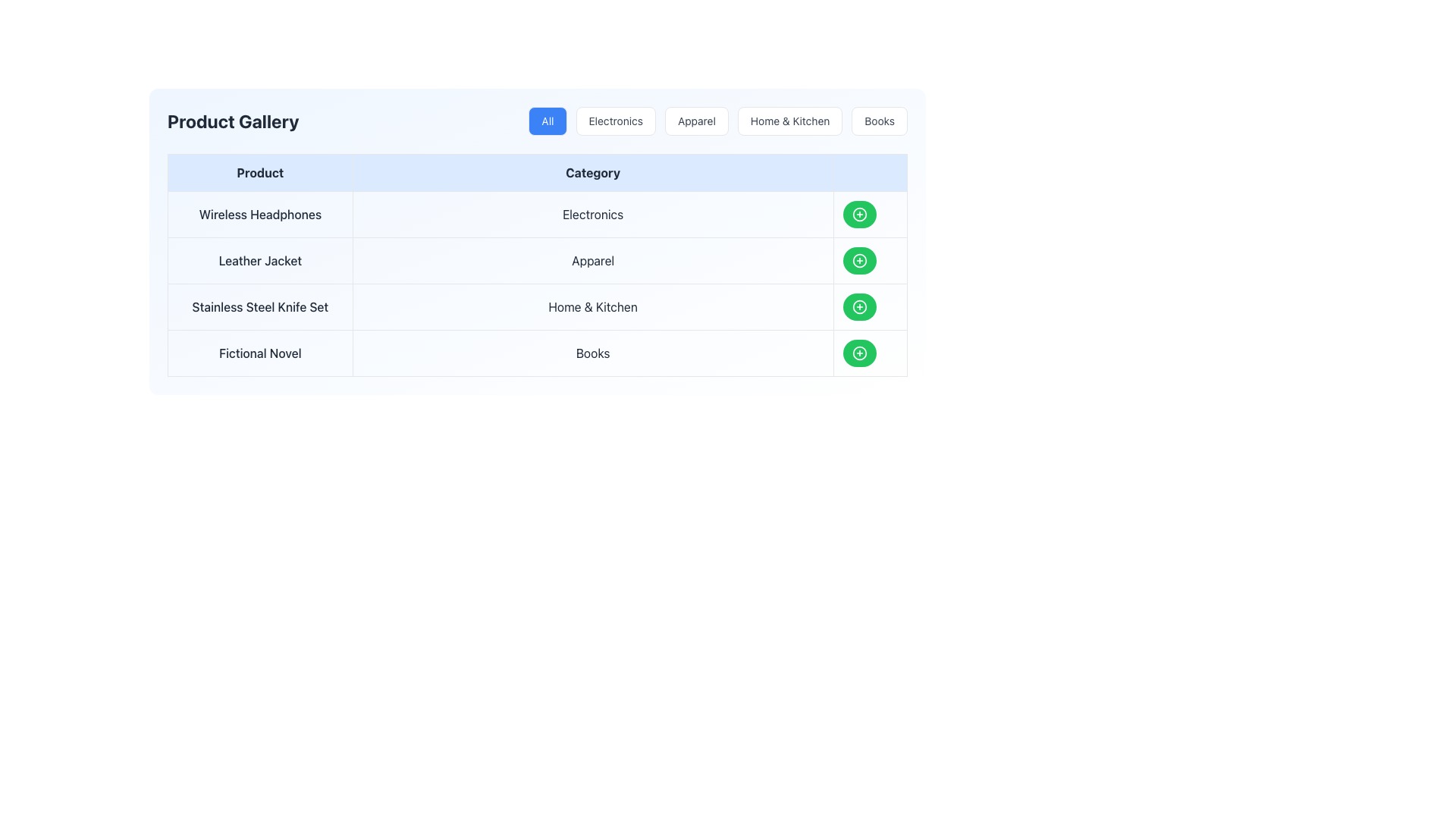 This screenshot has width=1456, height=819. Describe the element at coordinates (695, 120) in the screenshot. I see `the 'Apparel' category filter button located in the third position of the navigation bar to filter products by 'Apparel'` at that location.